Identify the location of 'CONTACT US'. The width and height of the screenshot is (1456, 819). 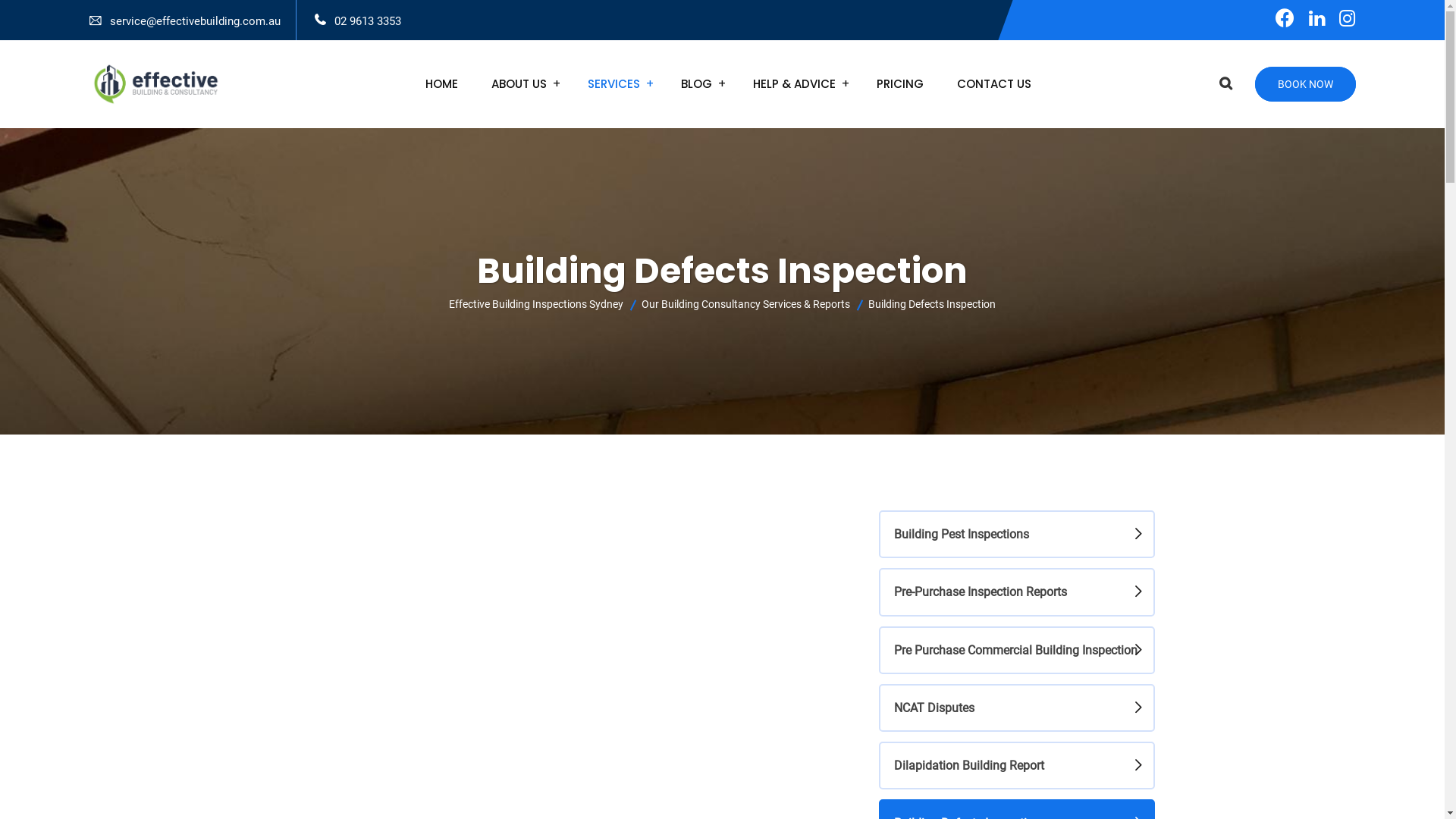
(942, 84).